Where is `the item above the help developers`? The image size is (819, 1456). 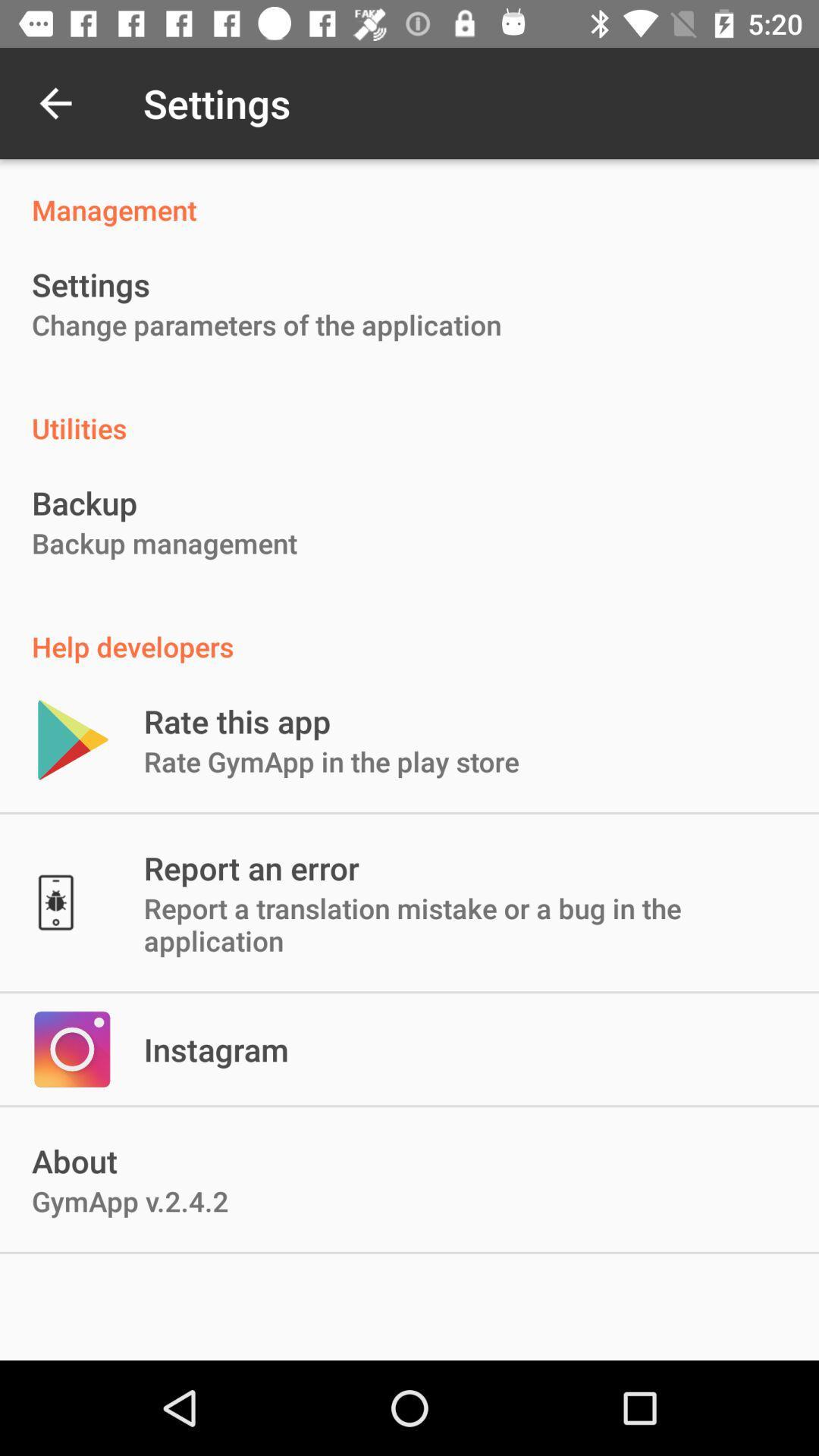 the item above the help developers is located at coordinates (165, 543).